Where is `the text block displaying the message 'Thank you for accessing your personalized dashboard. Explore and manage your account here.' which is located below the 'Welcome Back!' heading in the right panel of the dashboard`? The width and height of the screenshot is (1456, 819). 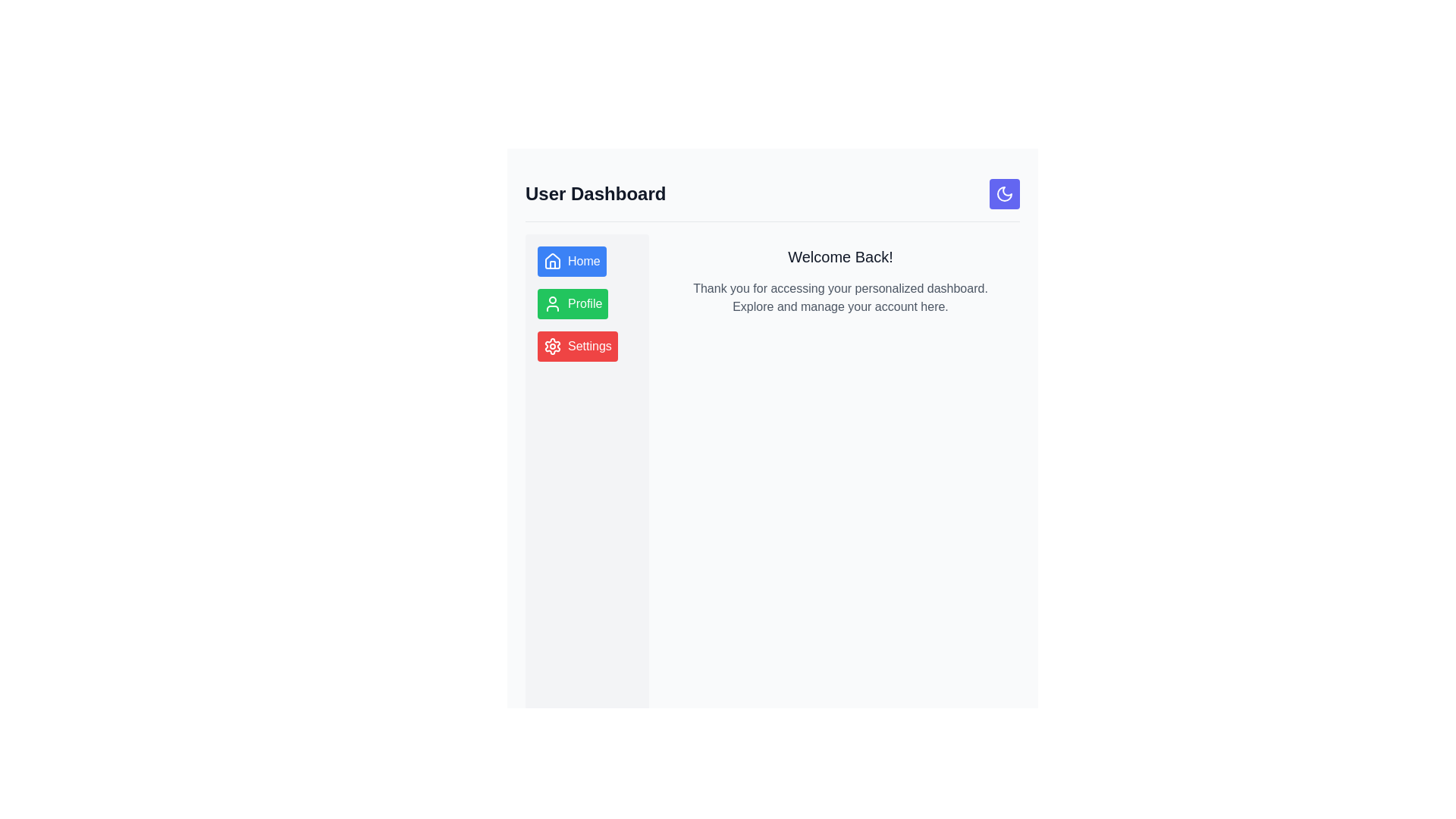 the text block displaying the message 'Thank you for accessing your personalized dashboard. Explore and manage your account here.' which is located below the 'Welcome Back!' heading in the right panel of the dashboard is located at coordinates (839, 298).